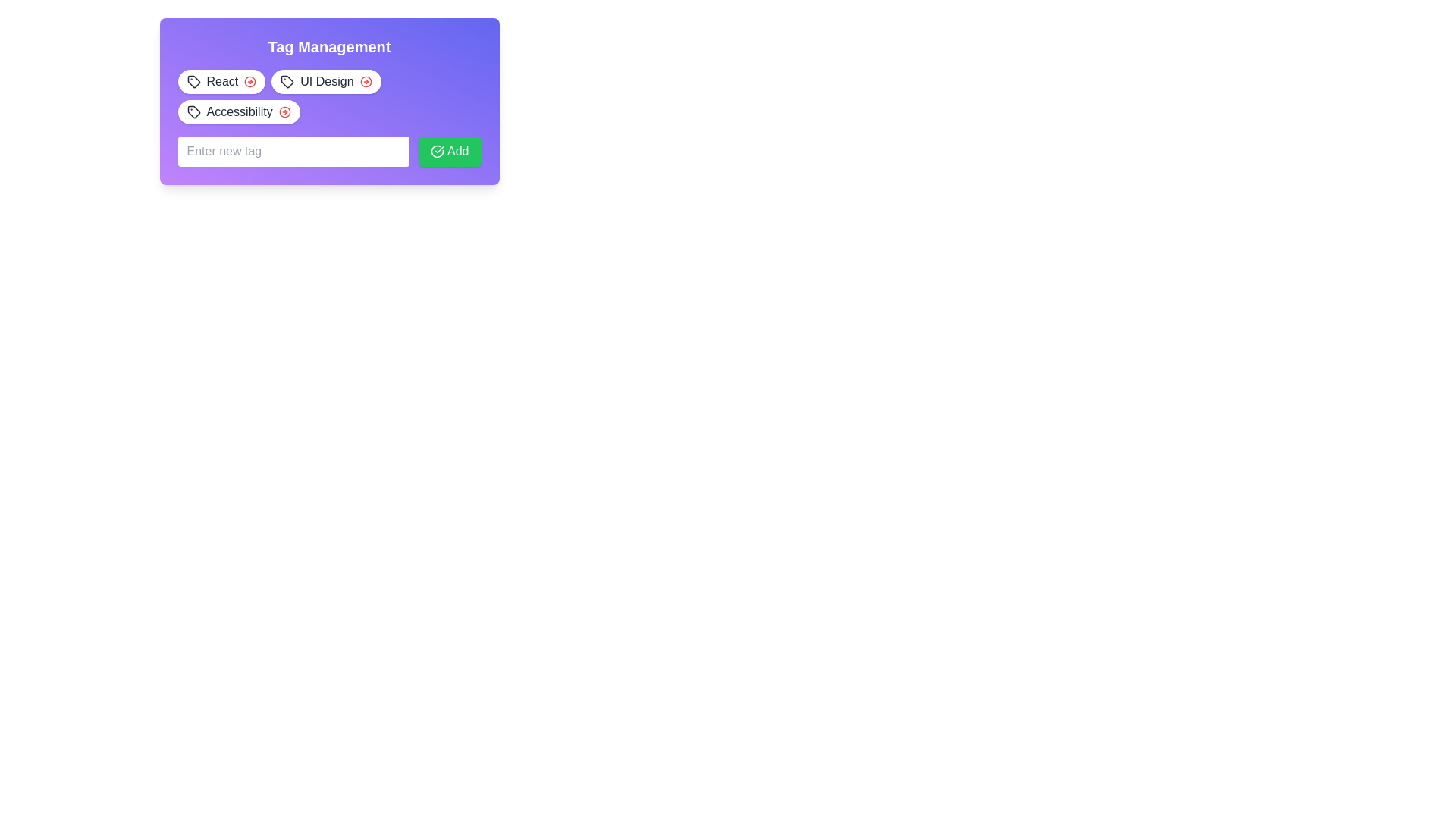 Image resolution: width=1456 pixels, height=819 pixels. I want to click on the 'Add New Item' button located to the center-right of the input field, so click(449, 152).